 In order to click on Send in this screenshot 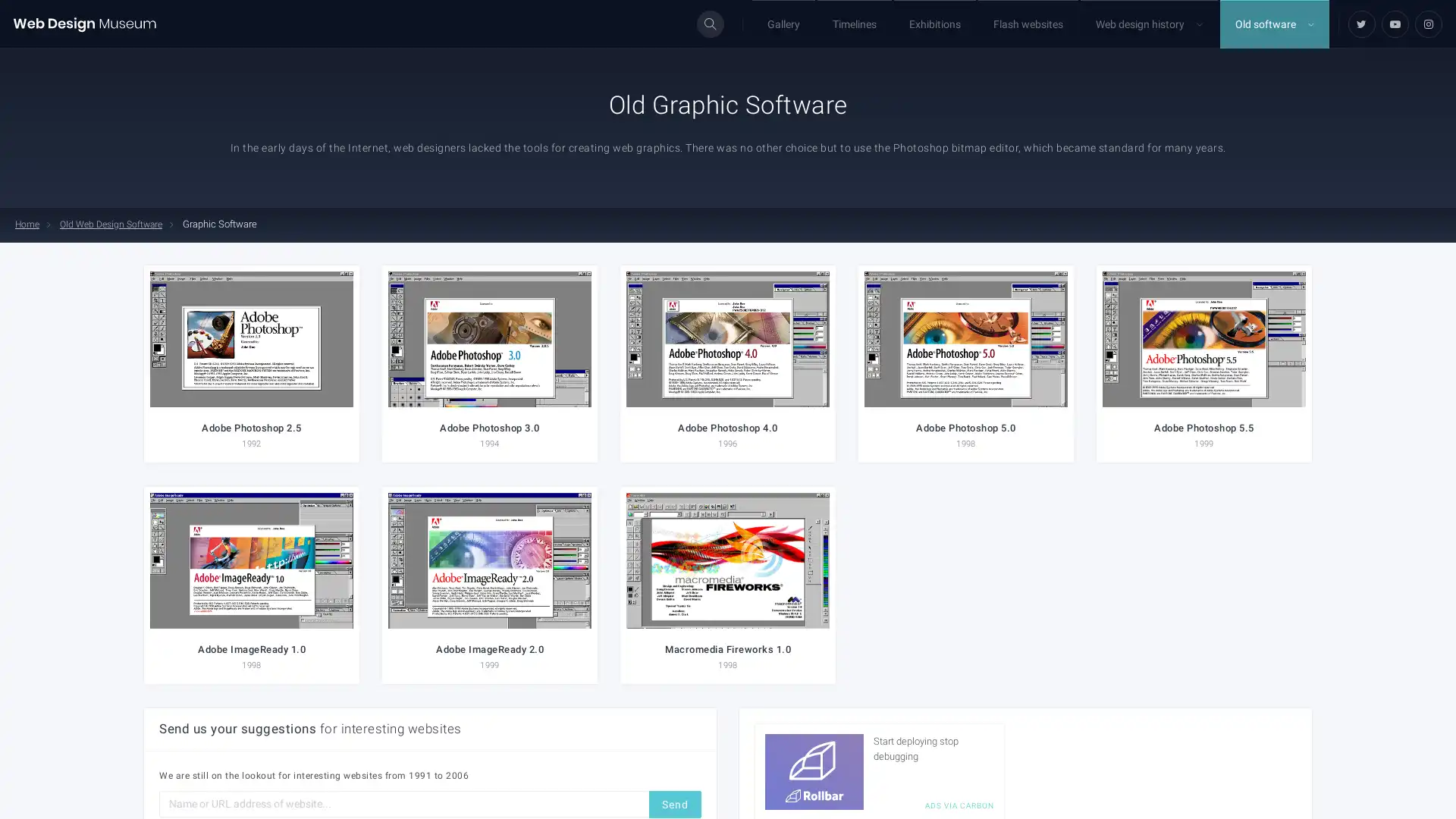, I will do `click(674, 803)`.